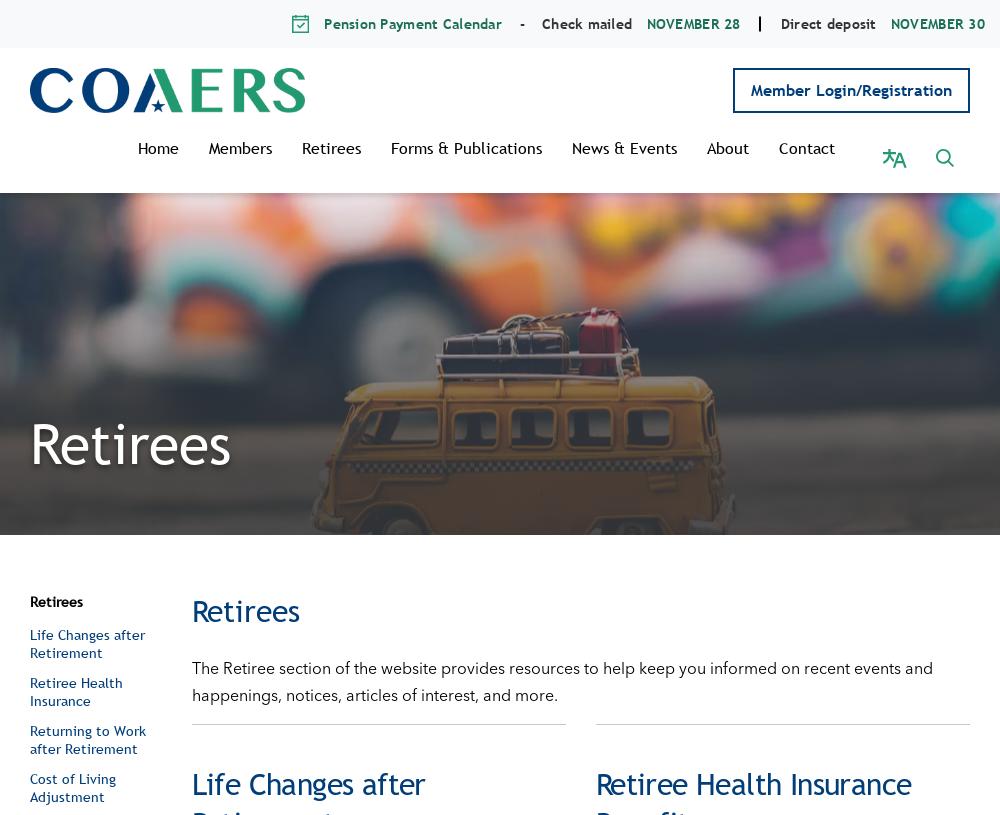 The width and height of the screenshot is (1000, 815). I want to click on 'November 30', so click(890, 22).